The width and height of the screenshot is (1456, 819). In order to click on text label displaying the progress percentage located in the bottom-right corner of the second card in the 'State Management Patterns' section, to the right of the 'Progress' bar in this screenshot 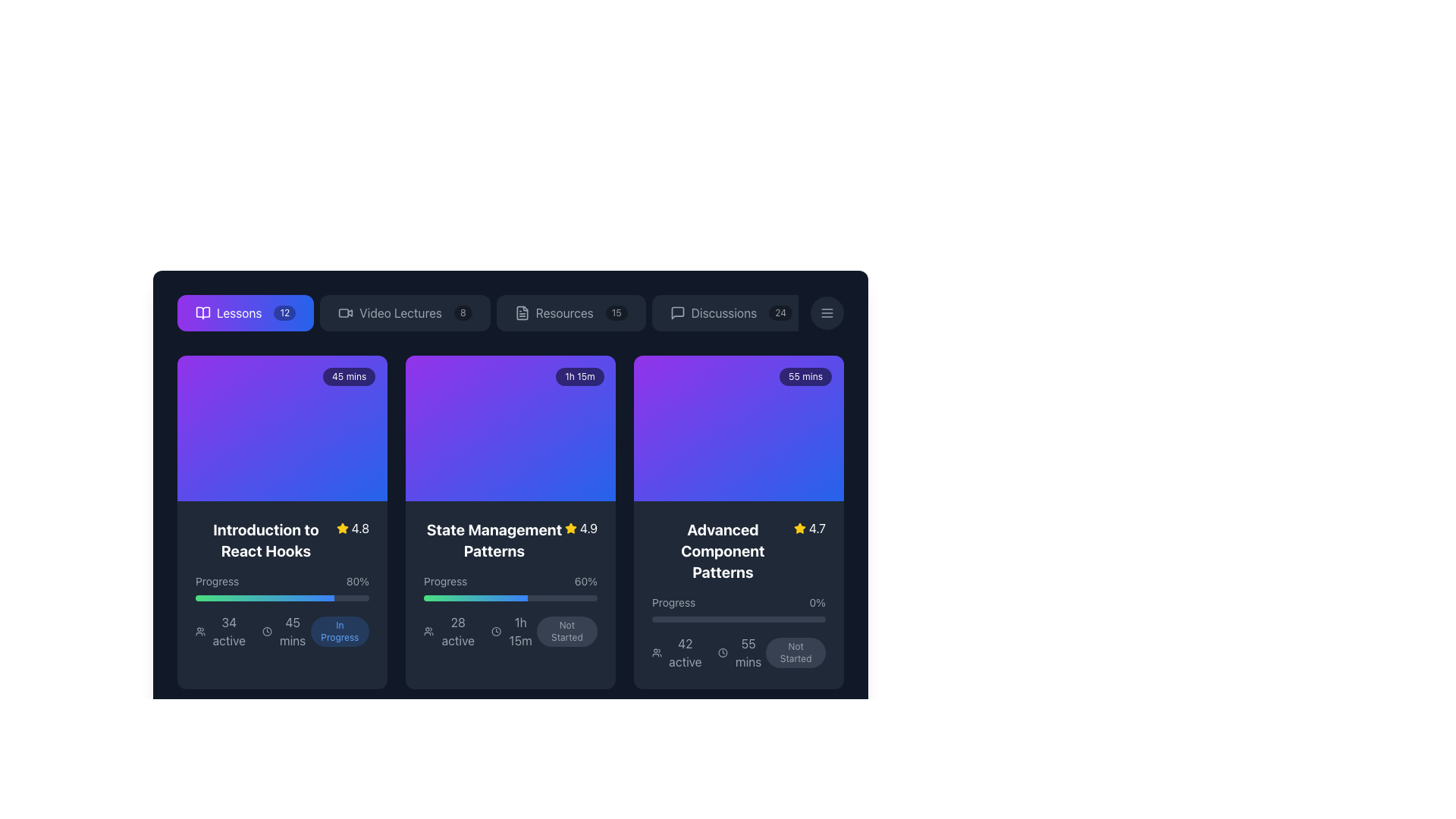, I will do `click(585, 581)`.